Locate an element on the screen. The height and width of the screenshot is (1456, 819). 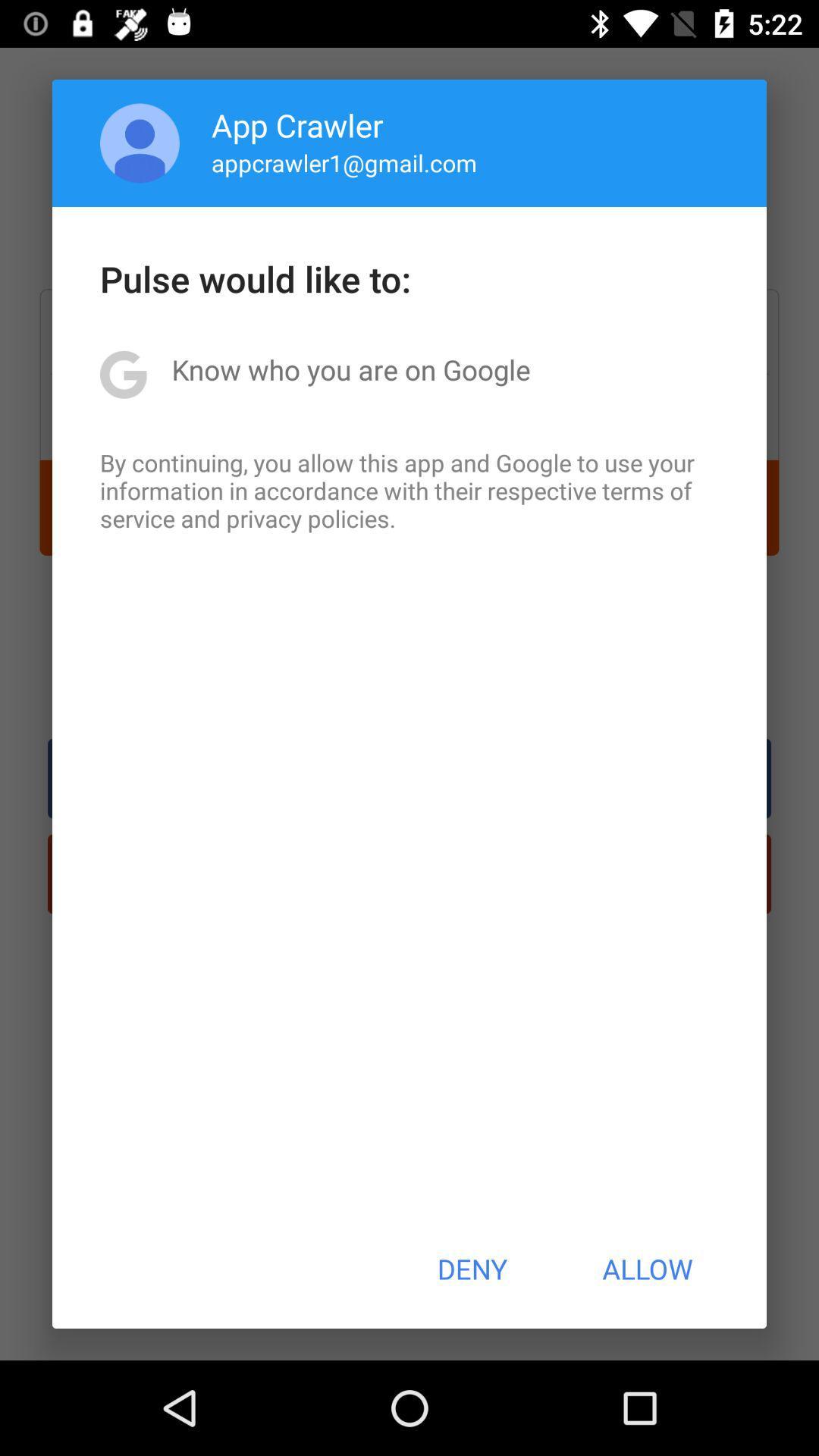
app crawler item is located at coordinates (297, 124).